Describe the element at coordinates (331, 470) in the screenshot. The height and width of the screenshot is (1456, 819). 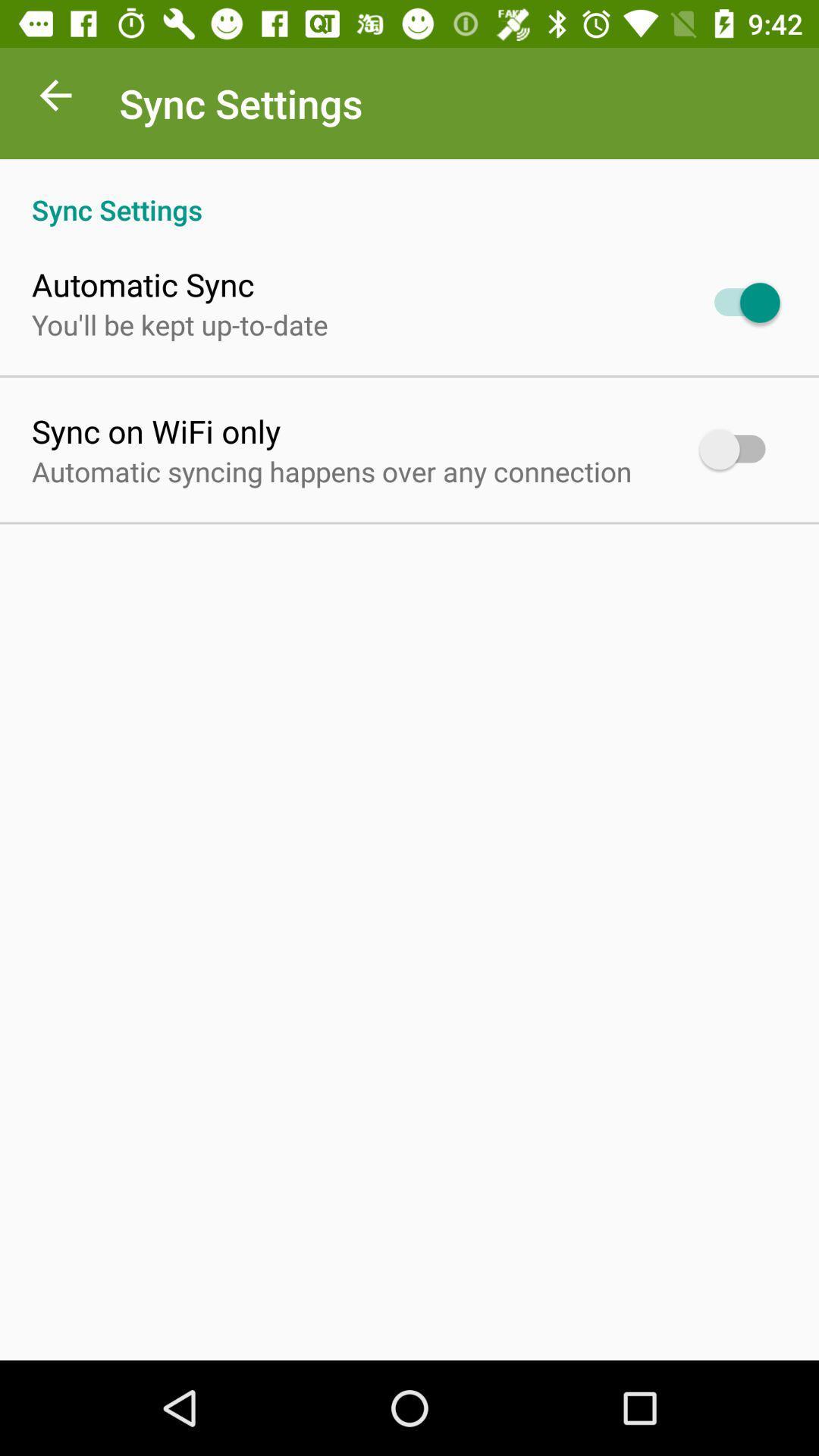
I see `automatic syncing happens` at that location.